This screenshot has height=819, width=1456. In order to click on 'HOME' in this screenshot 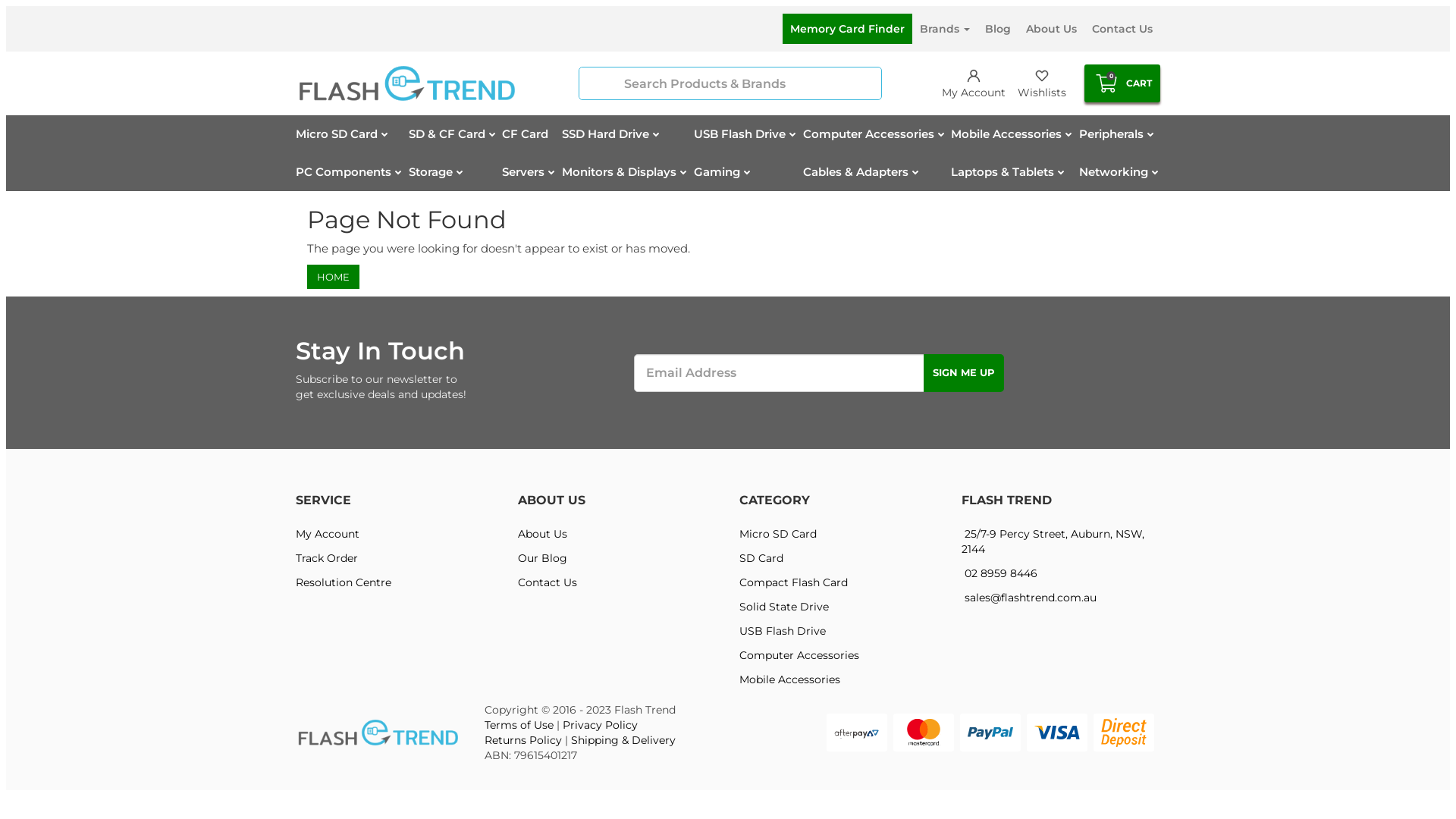, I will do `click(332, 277)`.